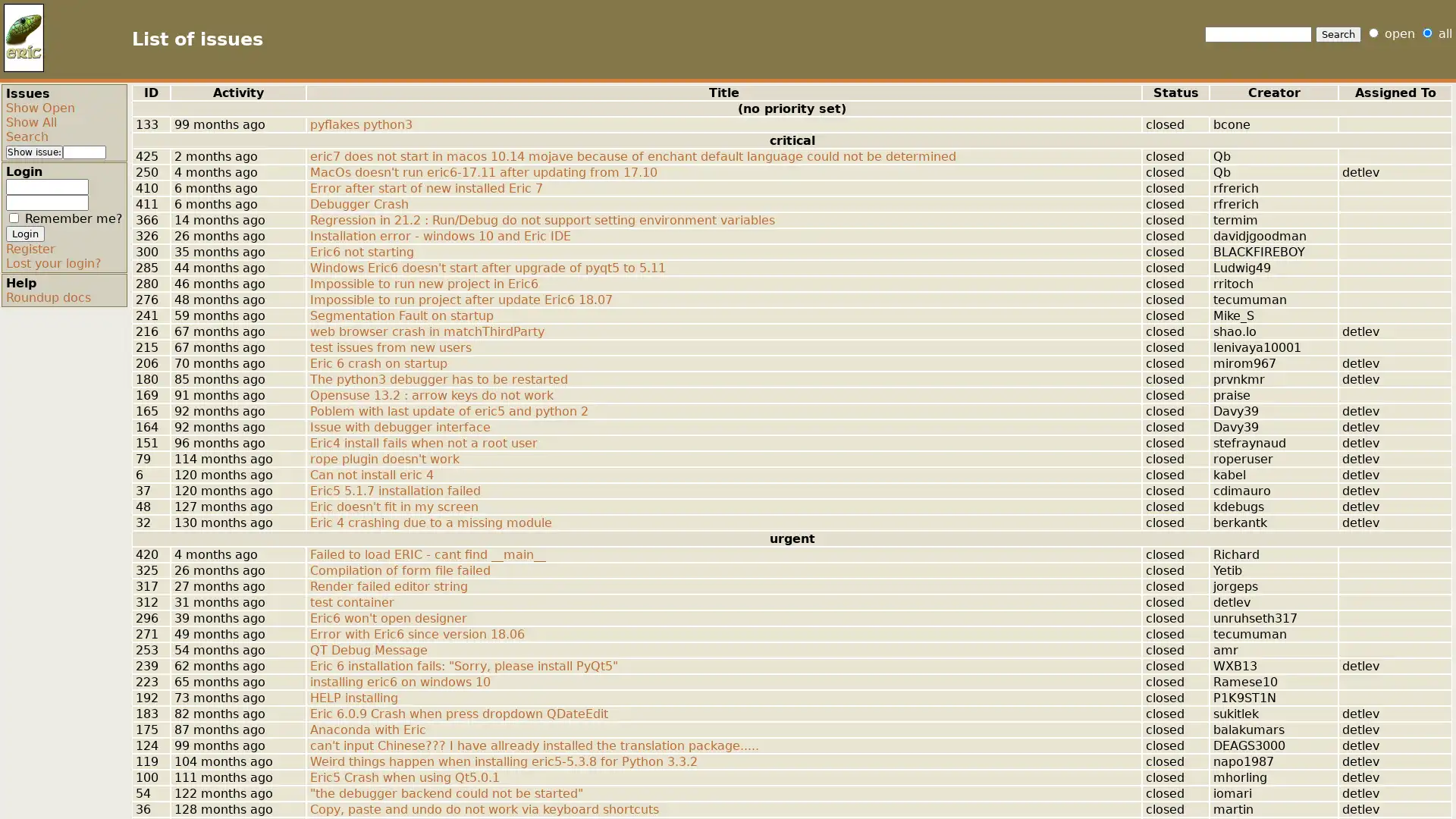  What do you see at coordinates (1338, 34) in the screenshot?
I see `Search` at bounding box center [1338, 34].